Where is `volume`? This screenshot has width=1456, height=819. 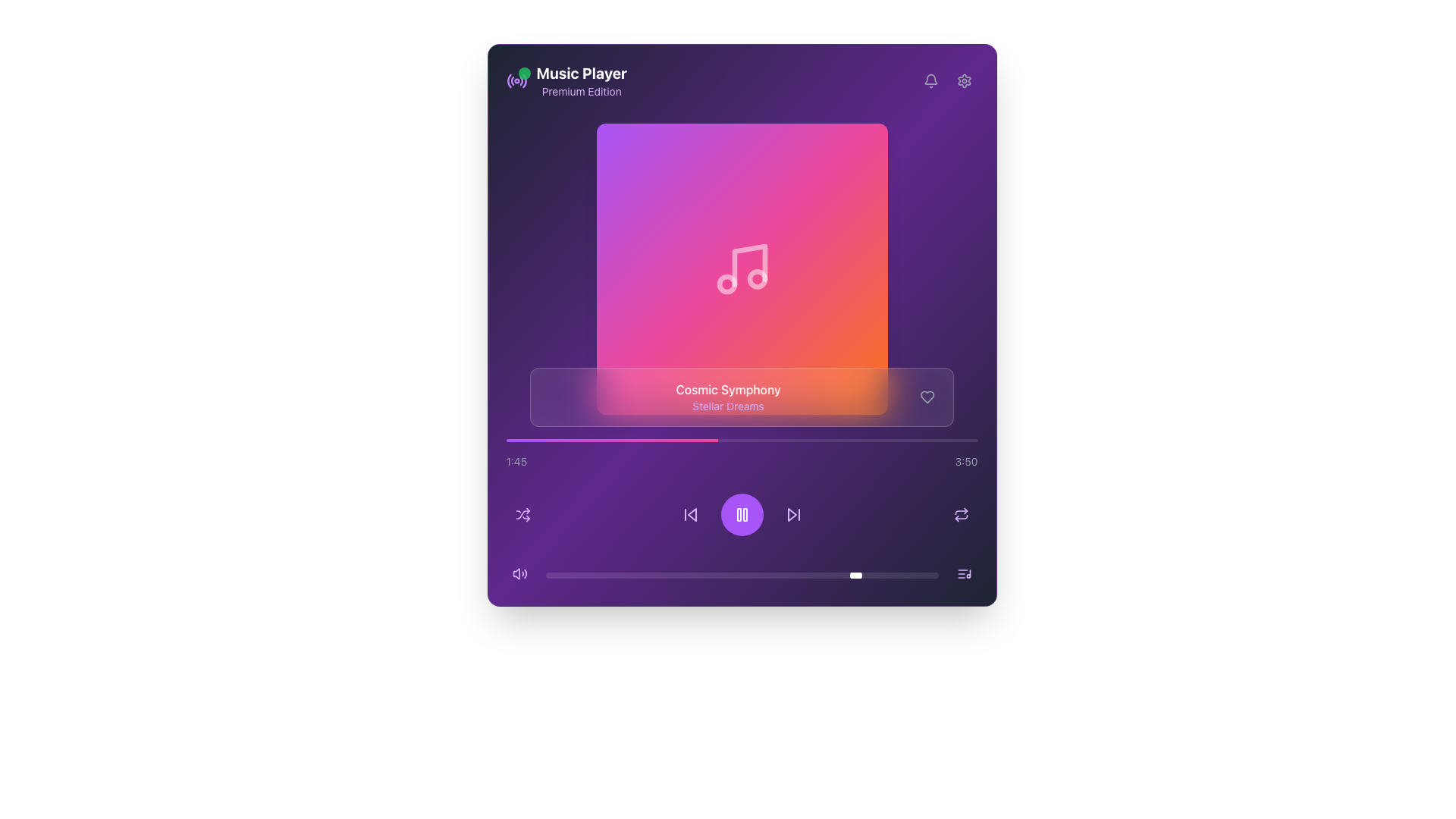 volume is located at coordinates (820, 576).